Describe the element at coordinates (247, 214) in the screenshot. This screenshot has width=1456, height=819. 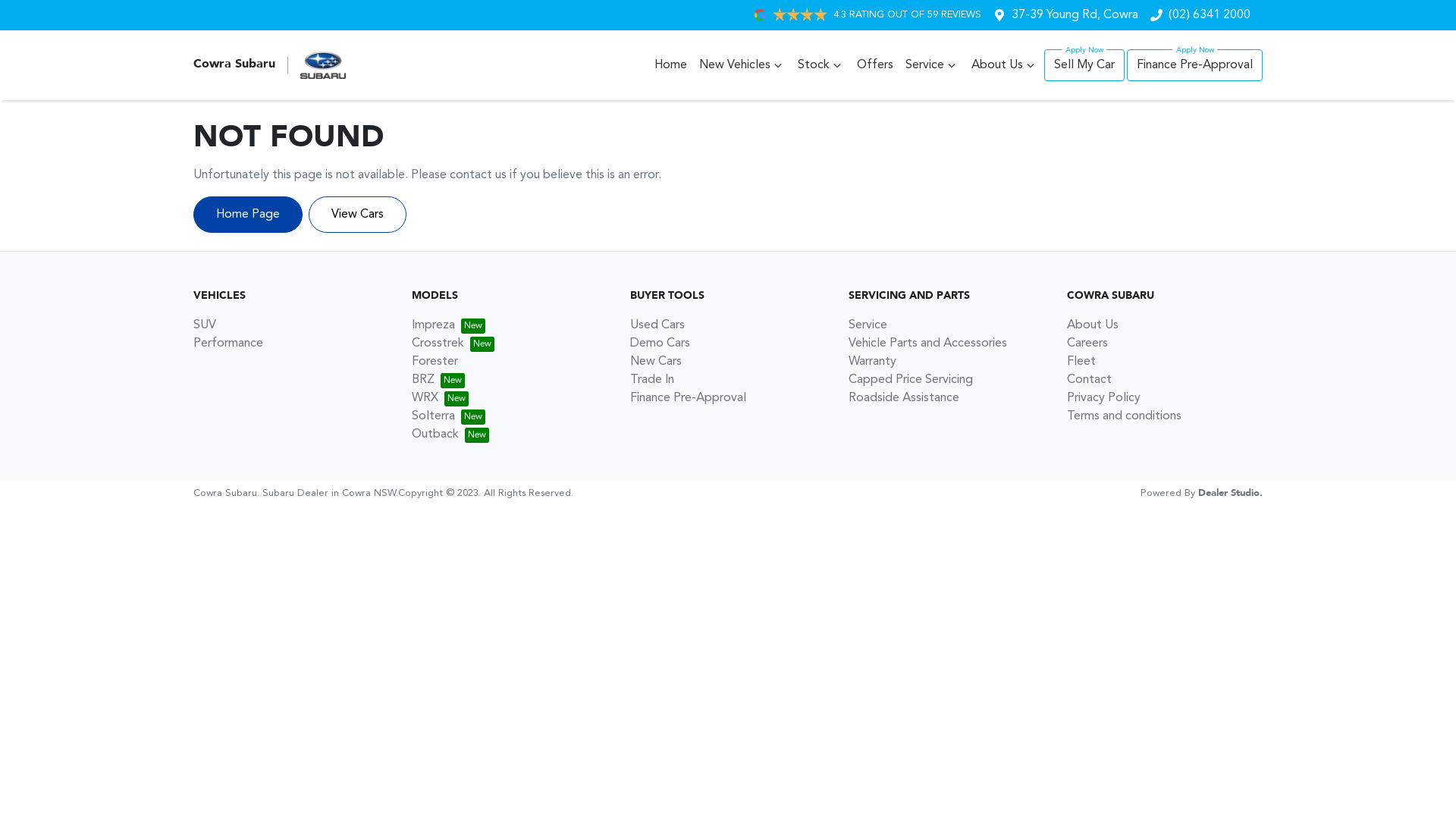
I see `'Home Page'` at that location.